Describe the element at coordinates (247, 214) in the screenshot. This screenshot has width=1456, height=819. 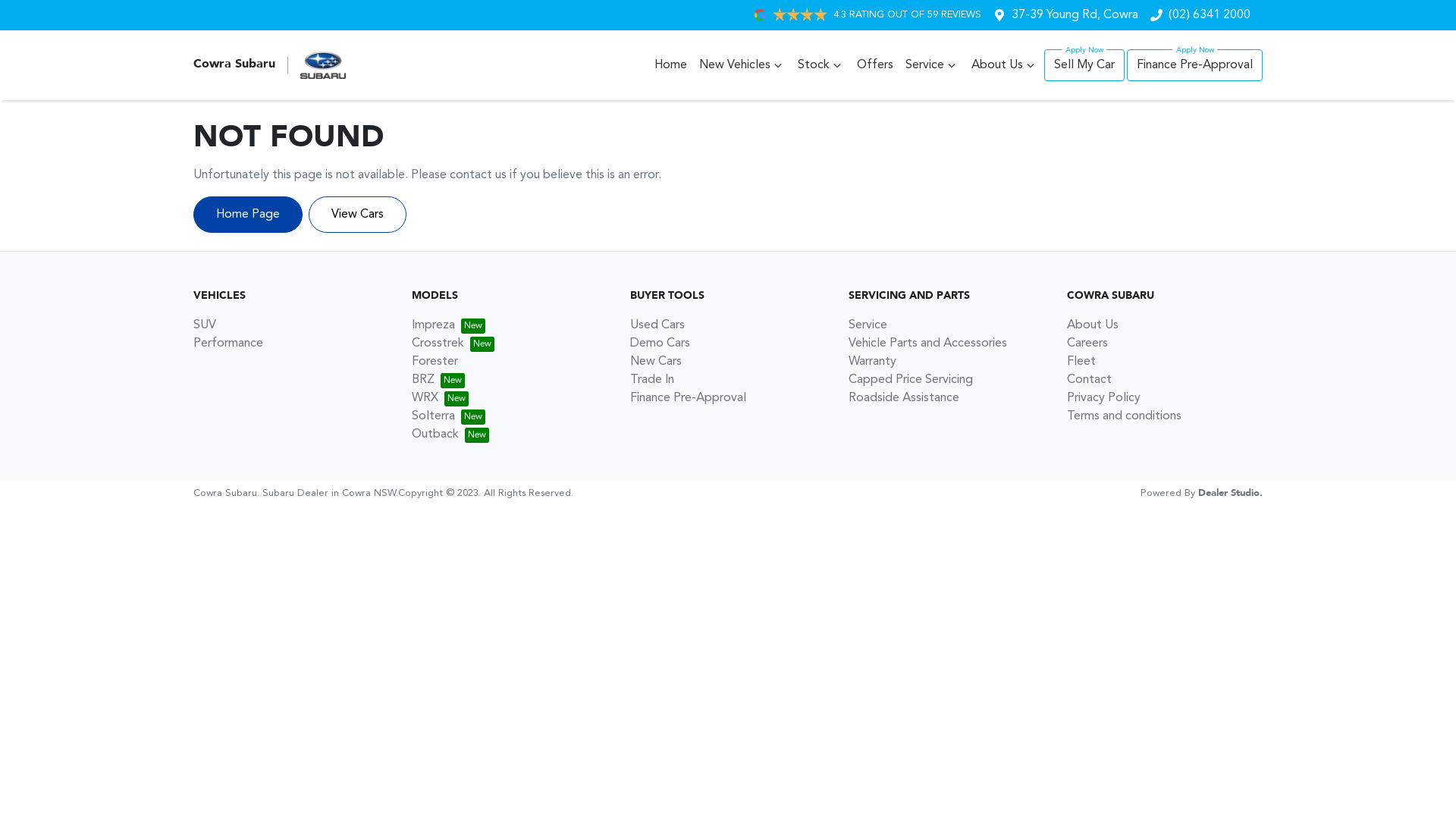
I see `'Home Page'` at that location.